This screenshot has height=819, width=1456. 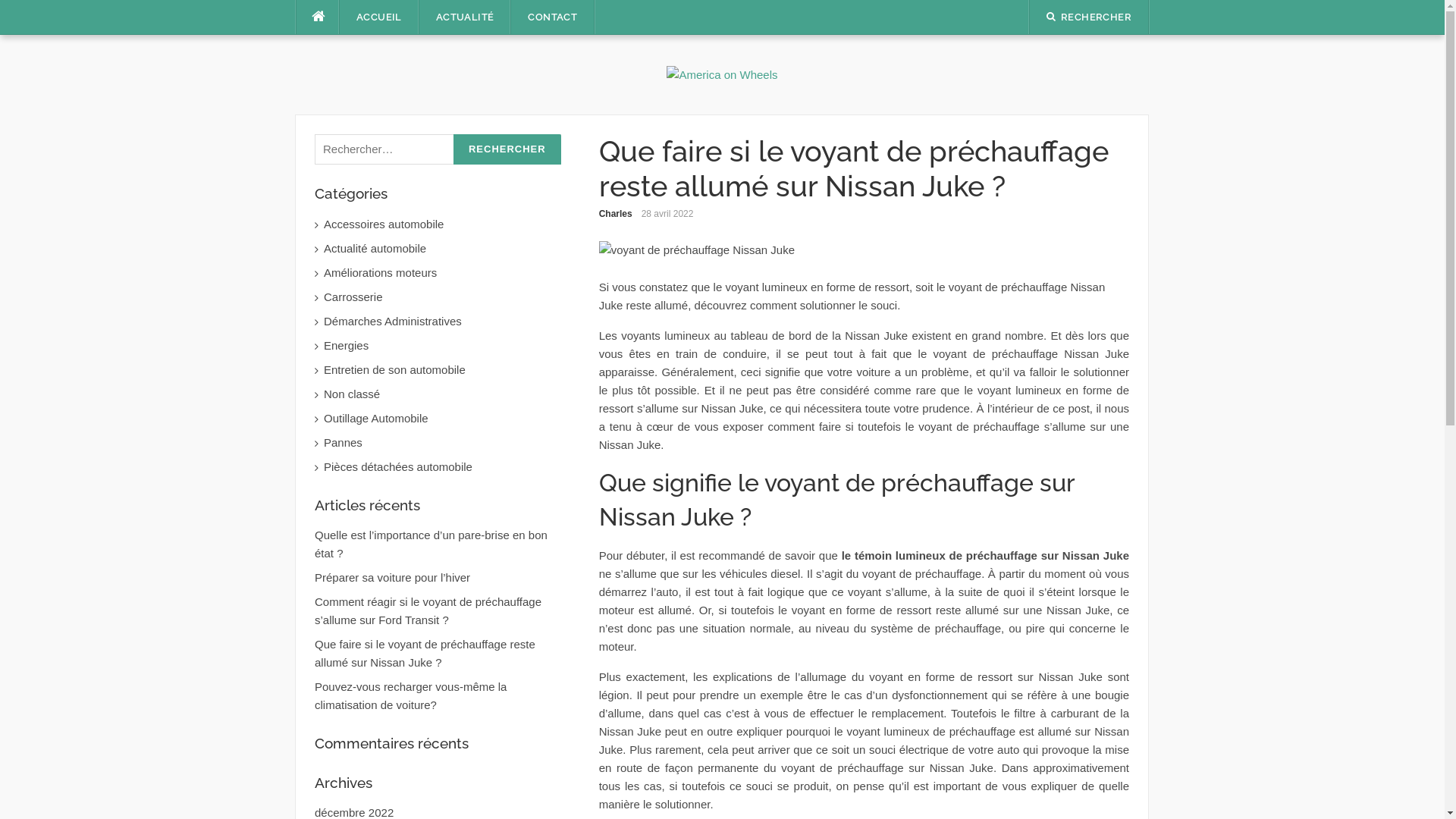 I want to click on 'Rechercher', so click(x=507, y=149).